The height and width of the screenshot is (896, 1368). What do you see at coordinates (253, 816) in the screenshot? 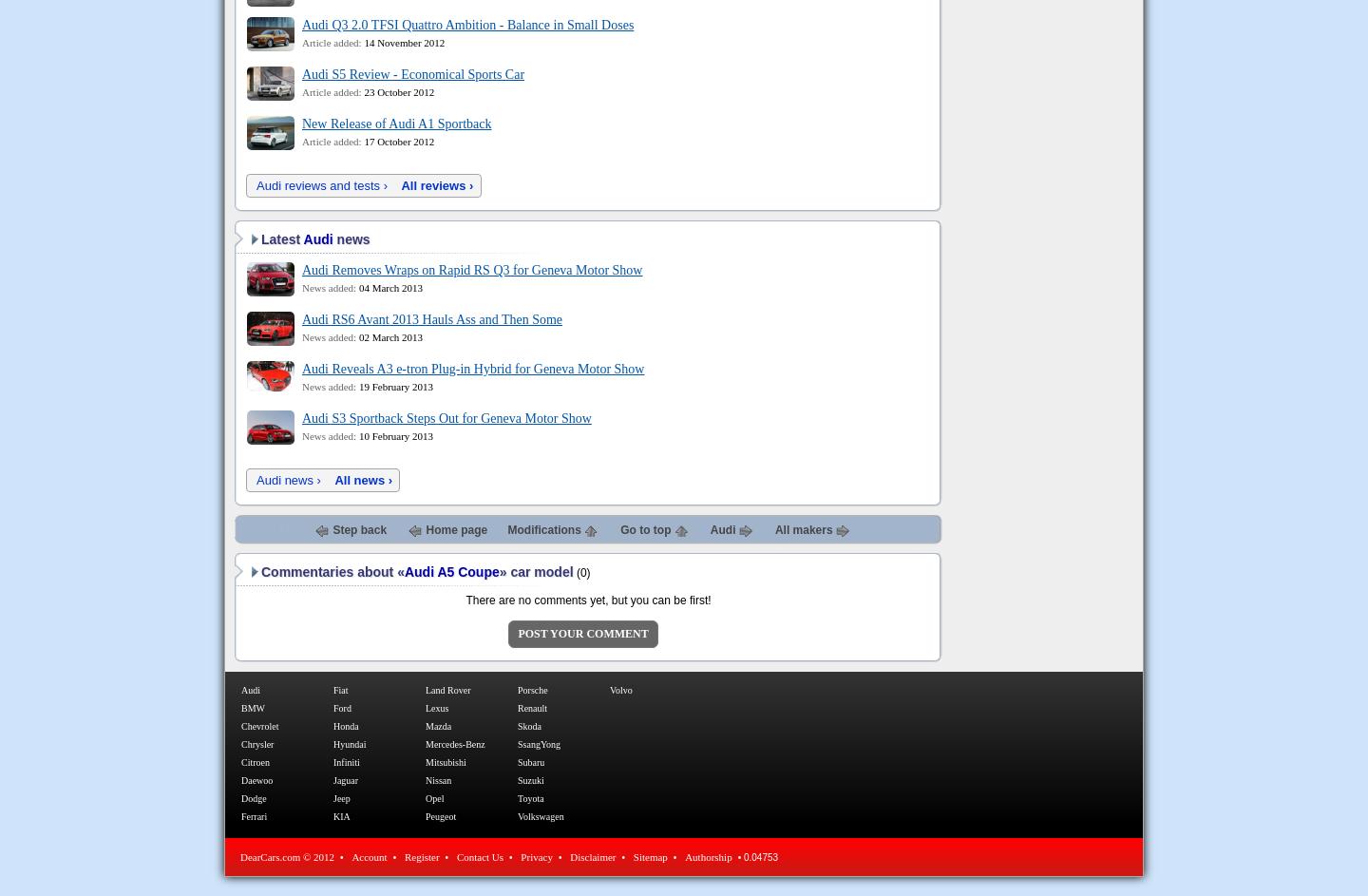
I see `'Ferrari'` at bounding box center [253, 816].